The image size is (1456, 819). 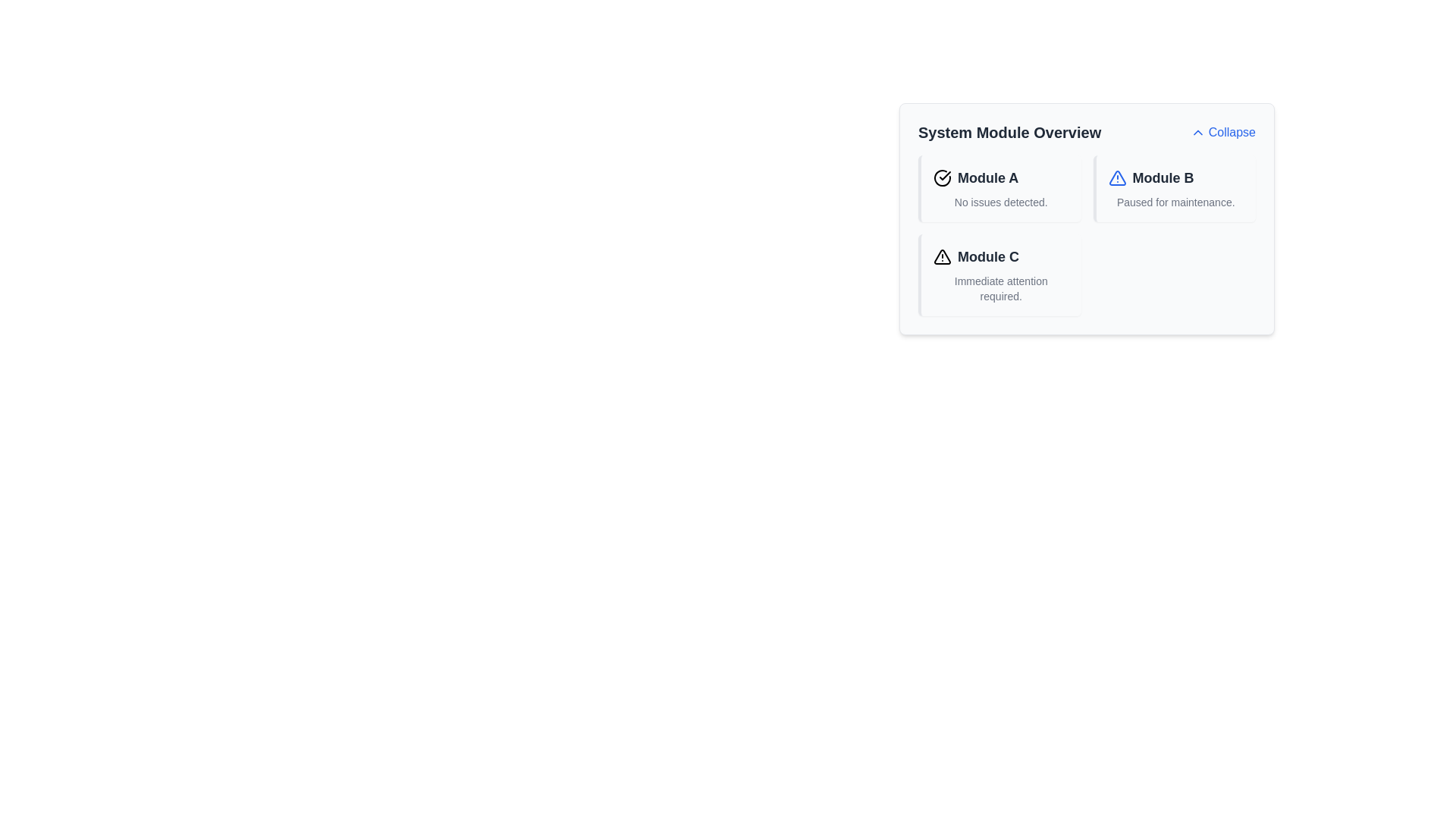 I want to click on the text label 'Module A' which is styled with a bold gray font and accompanied by a checkmark icon, located within the green-highlighted section of module panels, so click(x=1001, y=177).